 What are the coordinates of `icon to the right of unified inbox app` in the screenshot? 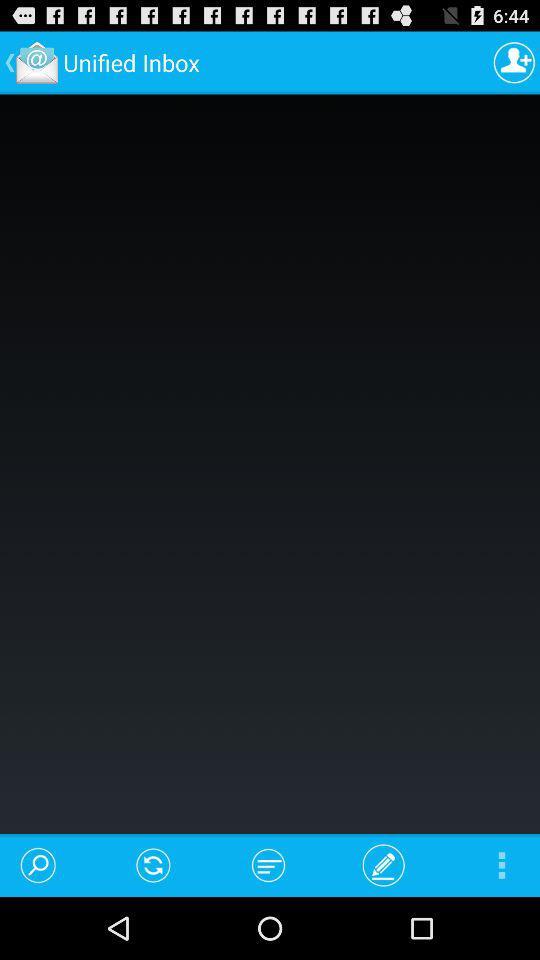 It's located at (514, 62).